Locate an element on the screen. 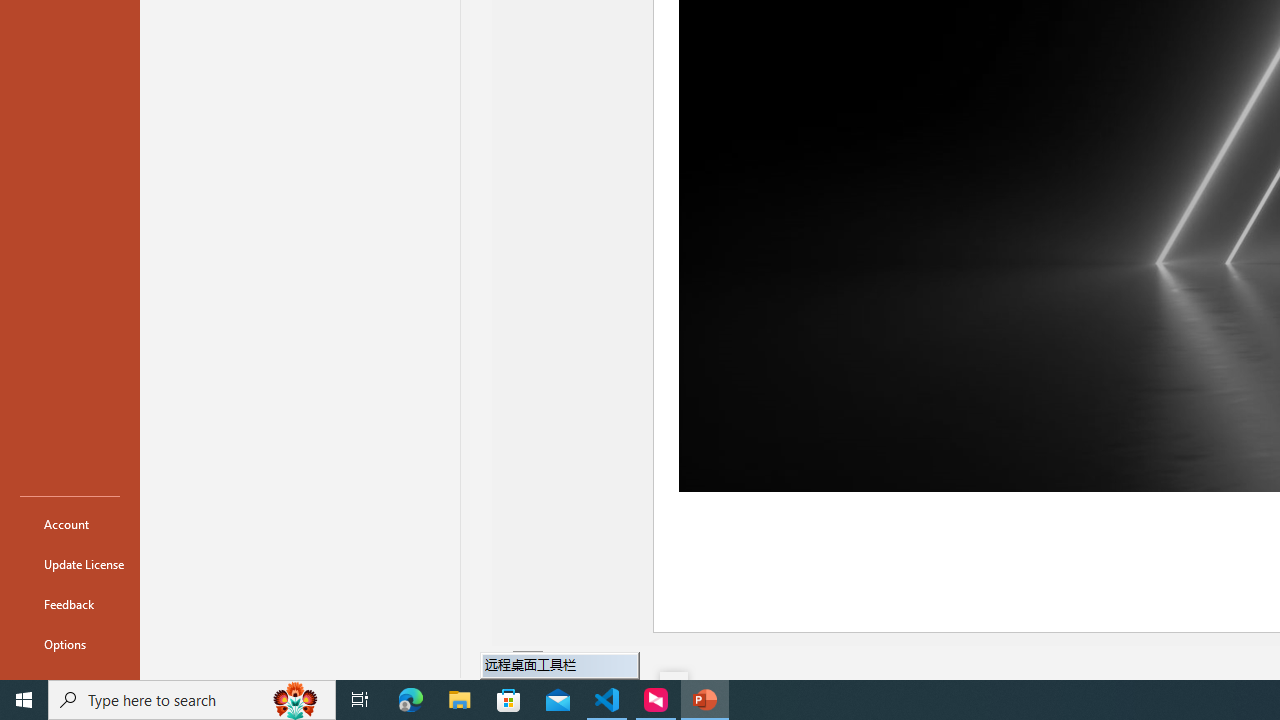 This screenshot has height=720, width=1280. 'Update License' is located at coordinates (69, 564).